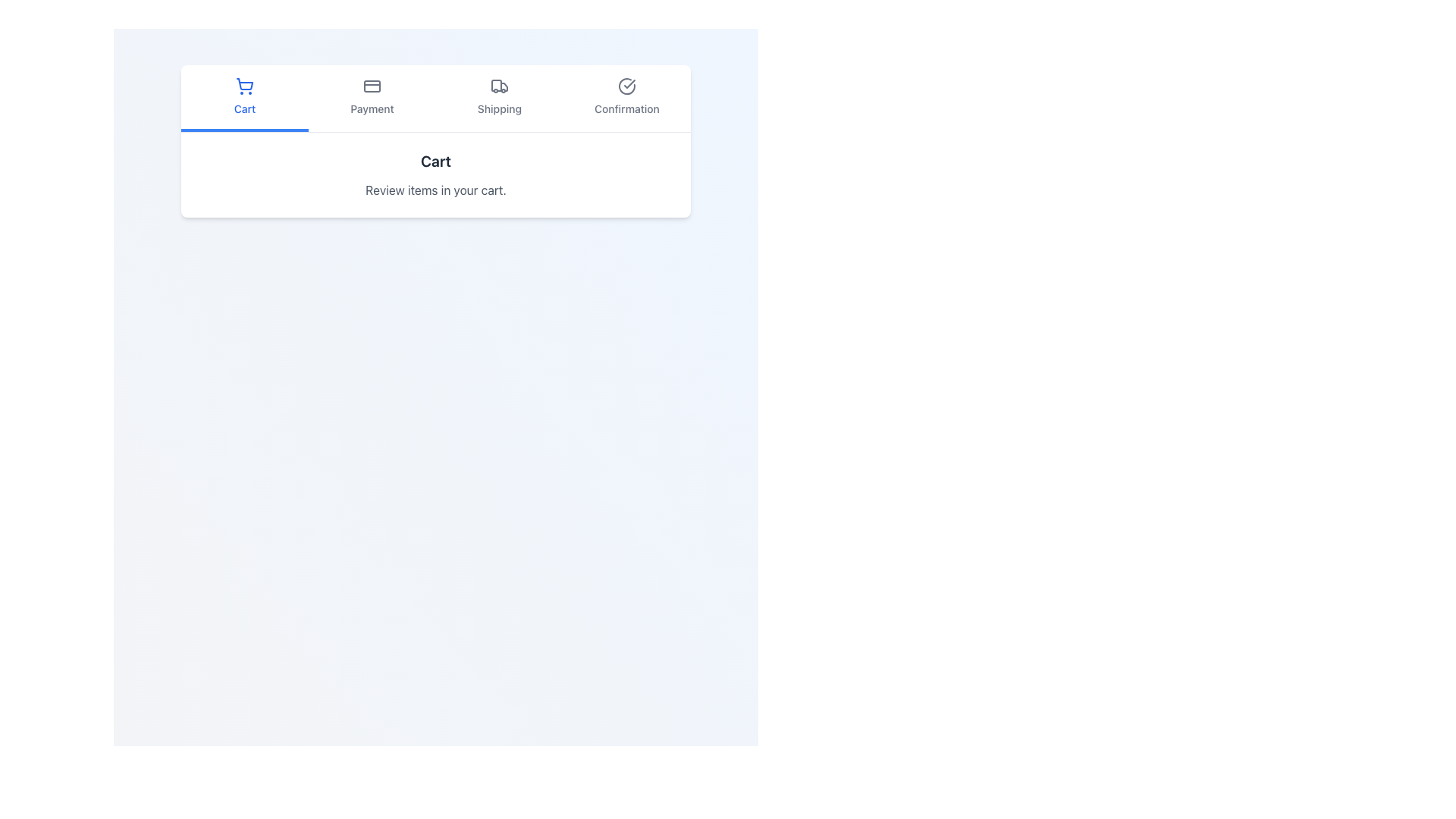  Describe the element at coordinates (435, 189) in the screenshot. I see `the static text element that displays 'Review items in your cart.' located below the 'Cart.' heading` at that location.